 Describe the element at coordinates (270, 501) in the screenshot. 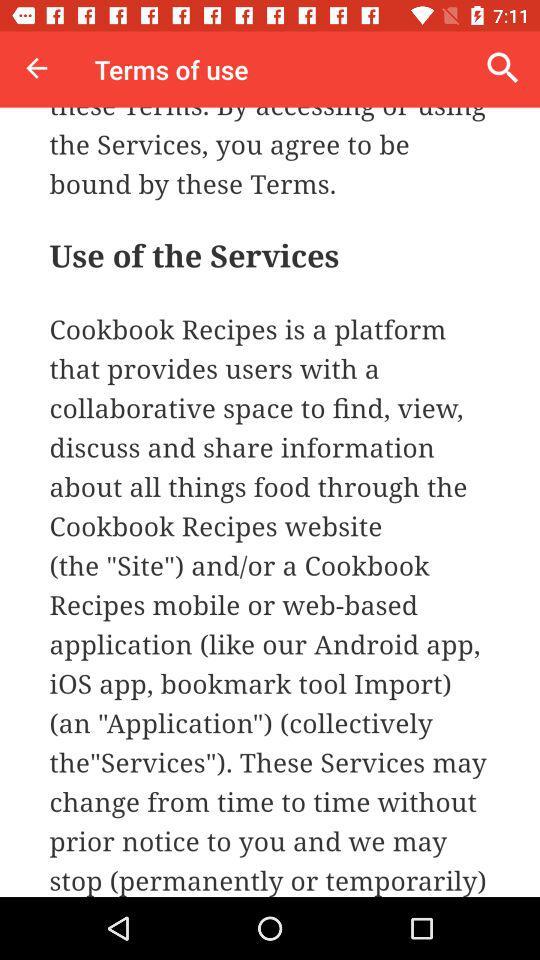

I see `app window` at that location.